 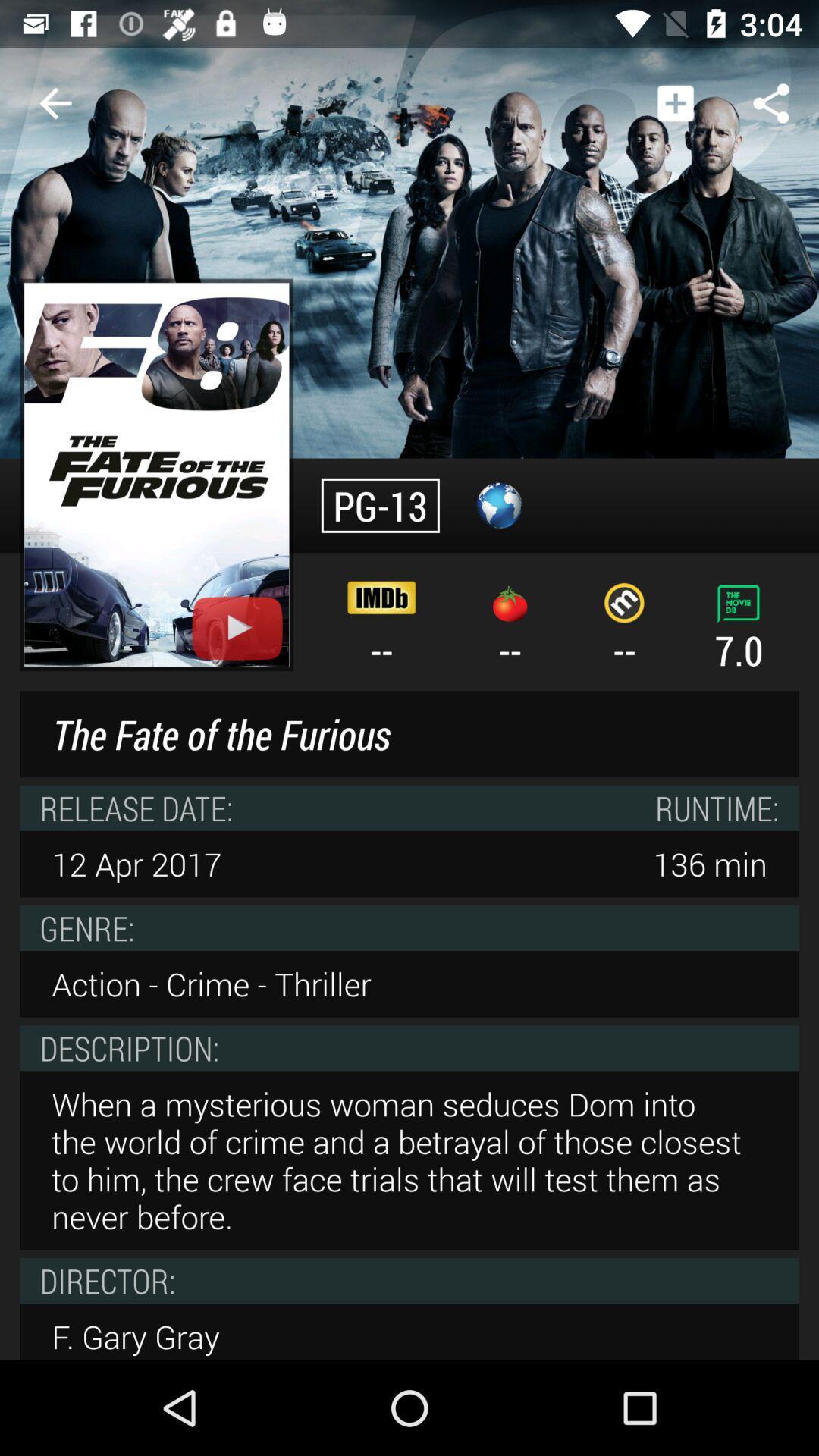 I want to click on search the world wide web, so click(x=499, y=505).